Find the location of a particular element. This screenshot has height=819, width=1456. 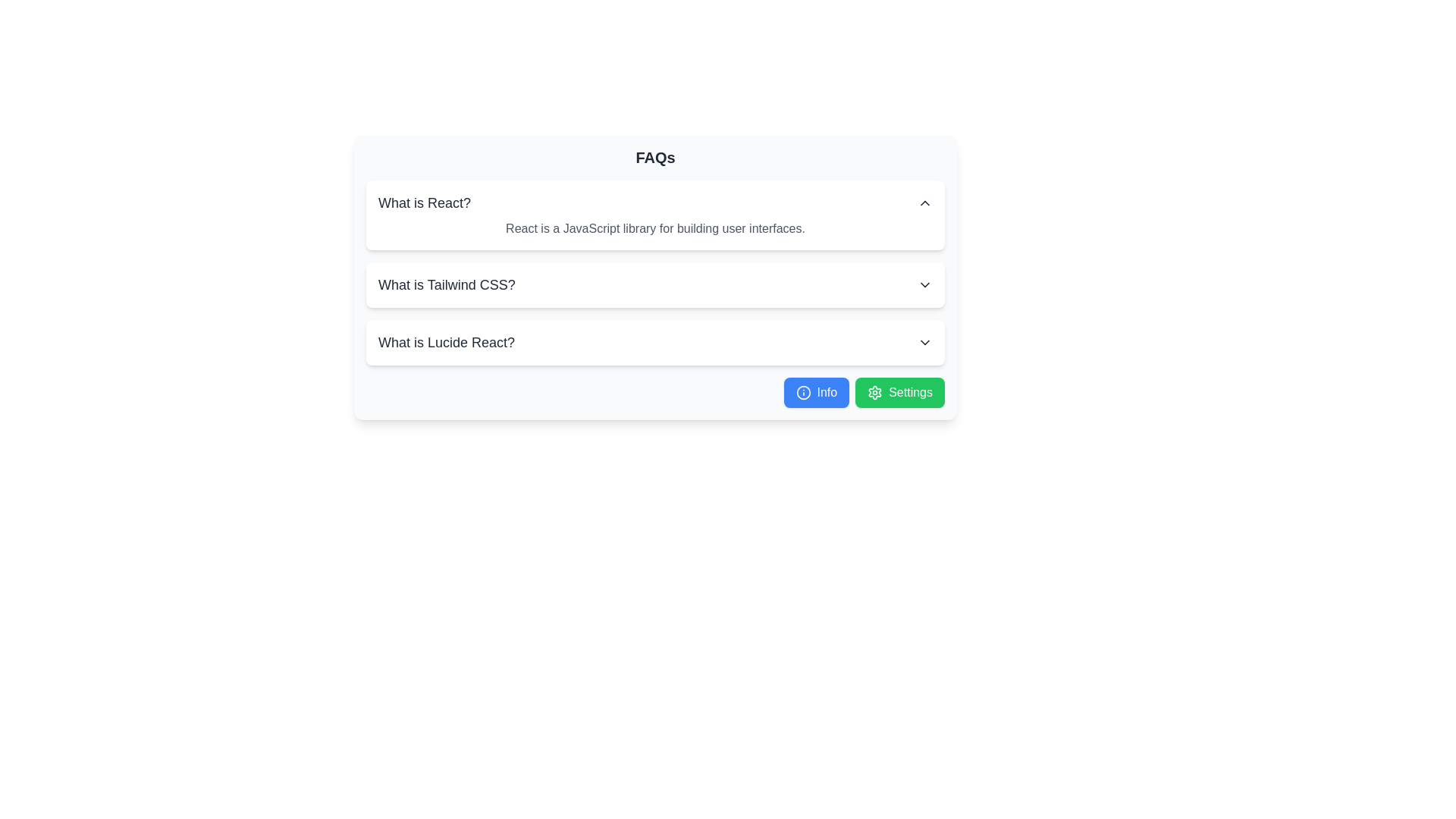

the expand/collapse icon for the FAQ item labeled 'What is React?' is located at coordinates (924, 202).